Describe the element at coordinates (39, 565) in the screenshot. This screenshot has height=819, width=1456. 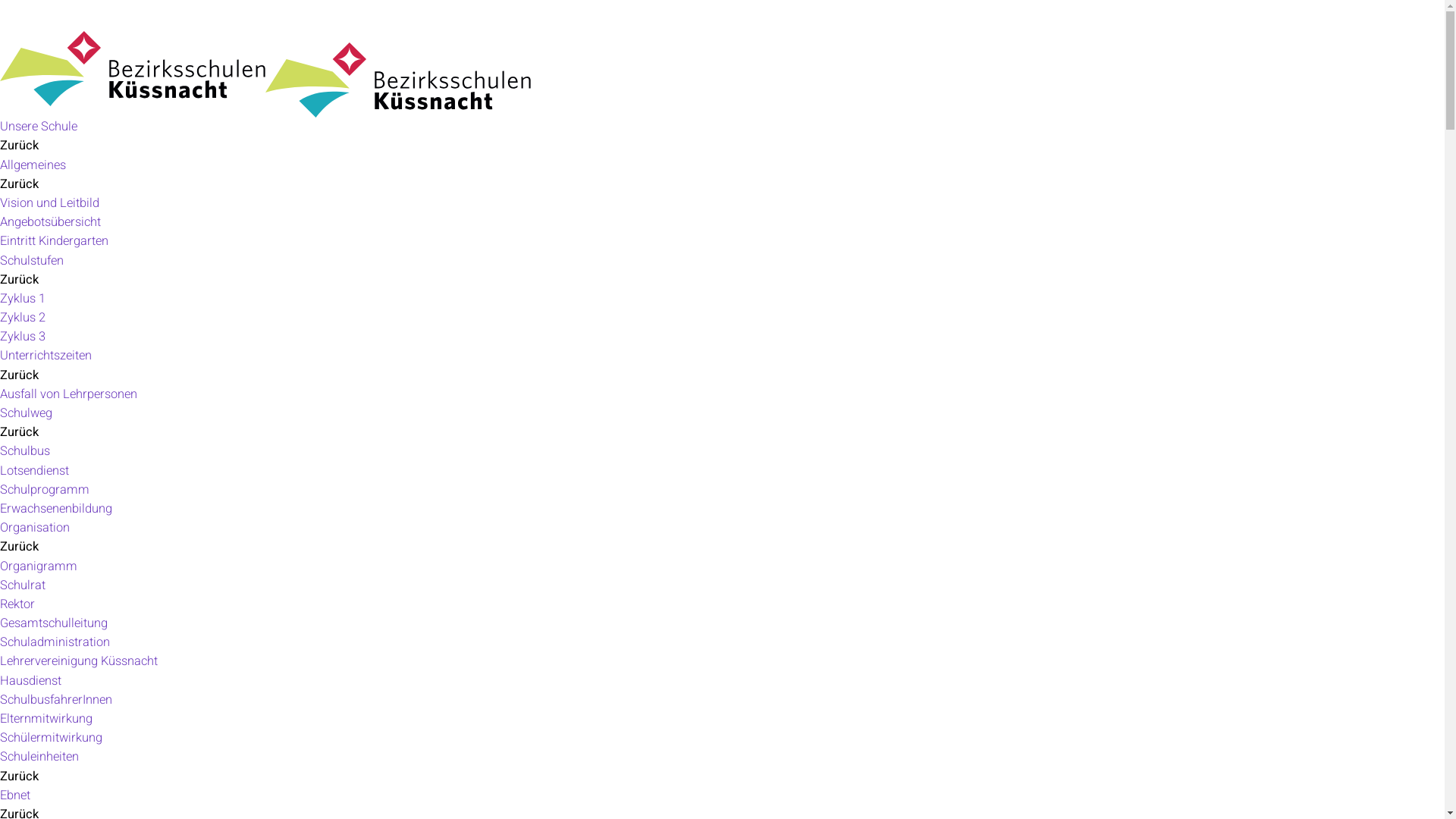
I see `'Organigramm'` at that location.